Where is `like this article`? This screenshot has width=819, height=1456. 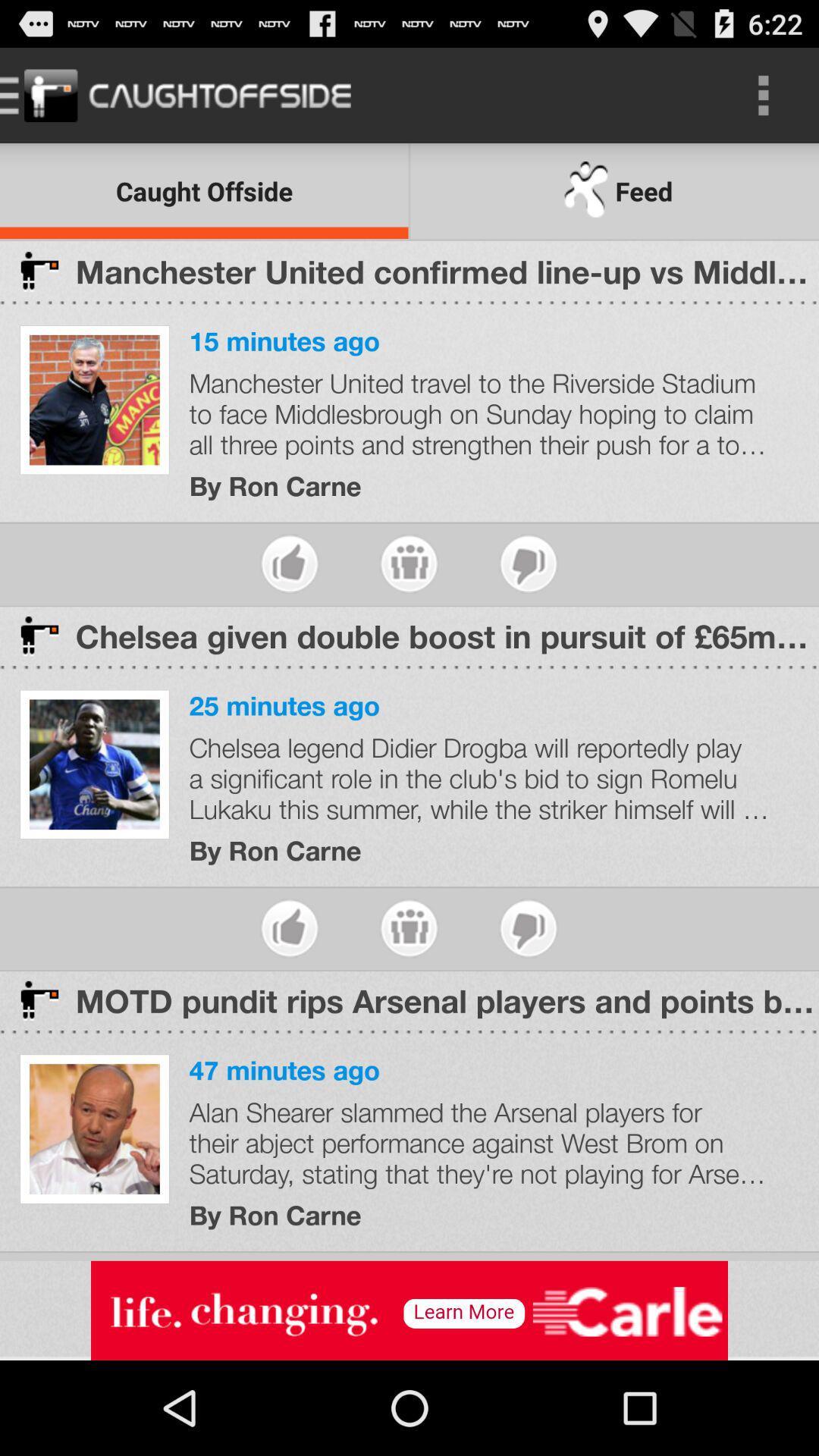 like this article is located at coordinates (290, 927).